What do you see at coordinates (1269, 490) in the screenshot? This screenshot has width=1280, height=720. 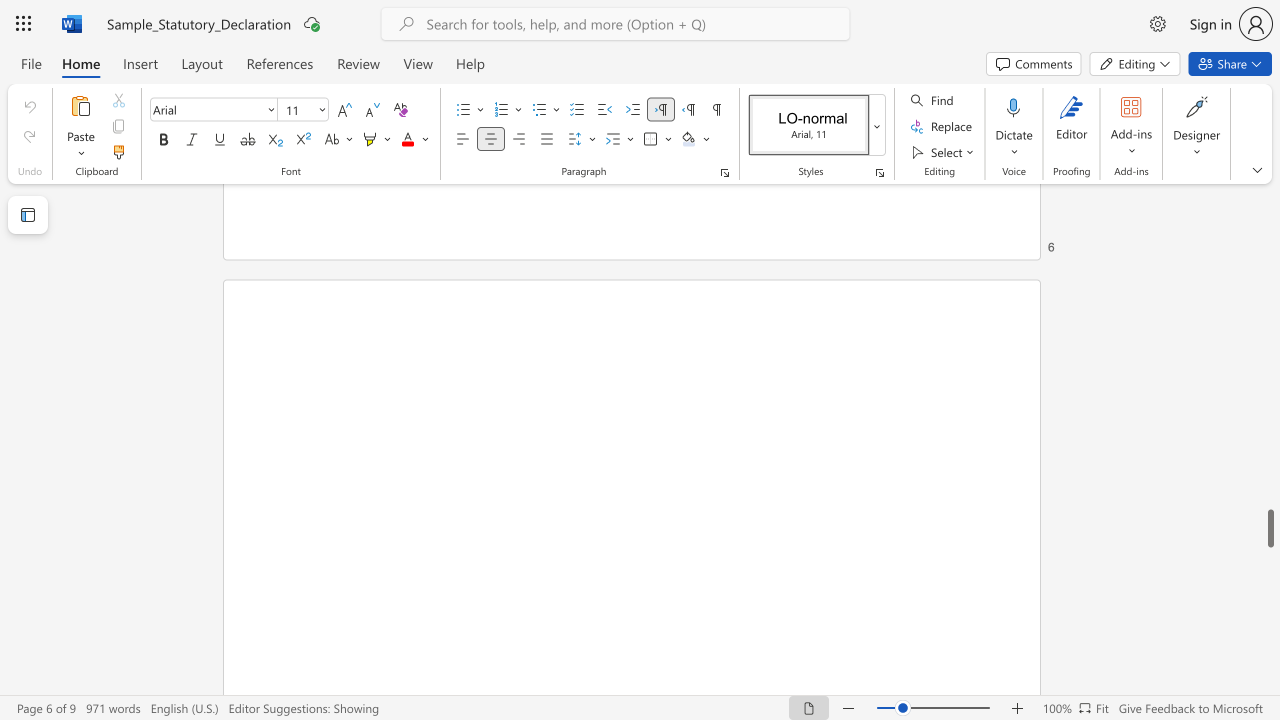 I see `the vertical scrollbar to raise the page content` at bounding box center [1269, 490].